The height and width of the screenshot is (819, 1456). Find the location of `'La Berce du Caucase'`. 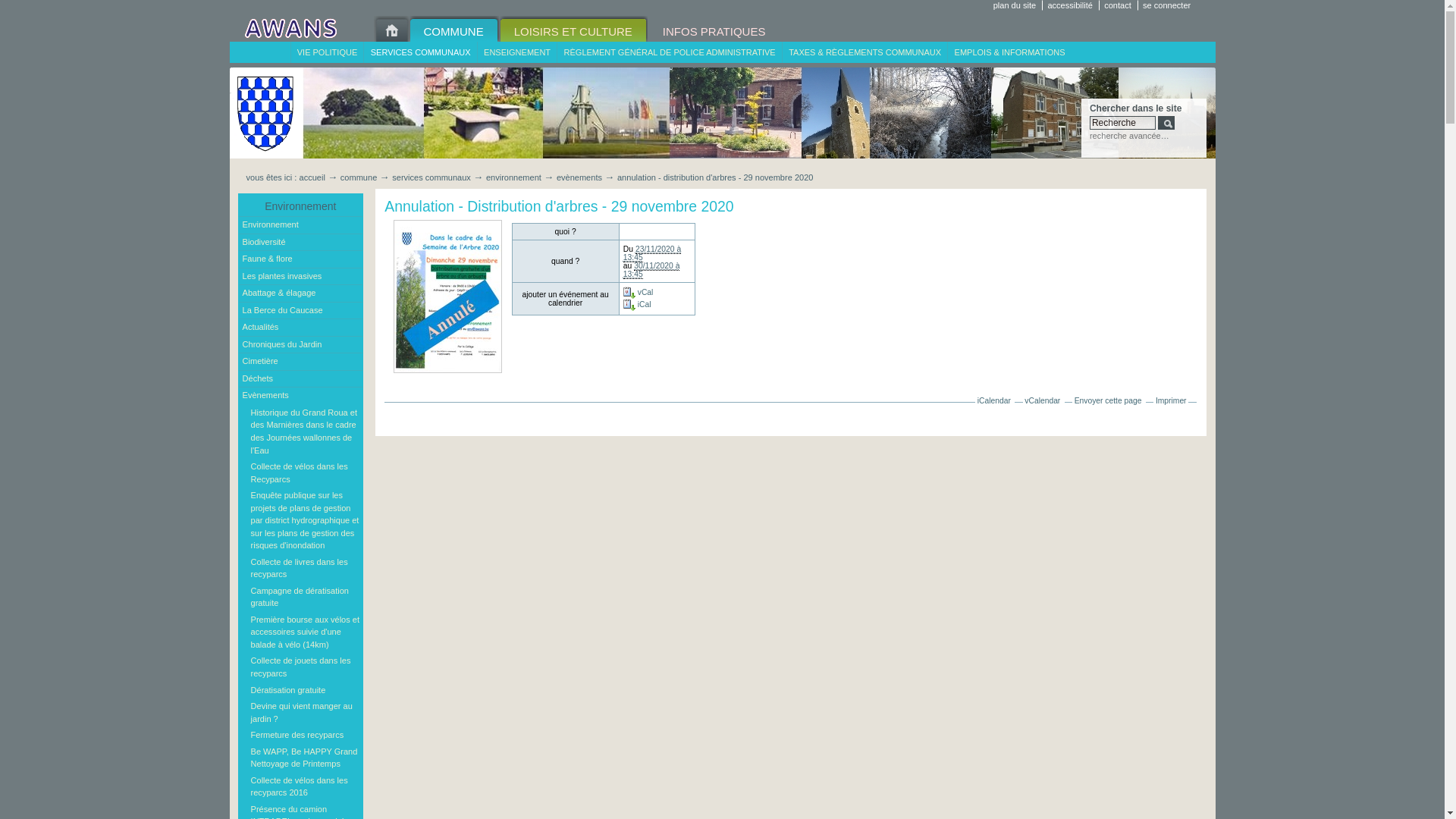

'La Berce du Caucase' is located at coordinates (238, 309).